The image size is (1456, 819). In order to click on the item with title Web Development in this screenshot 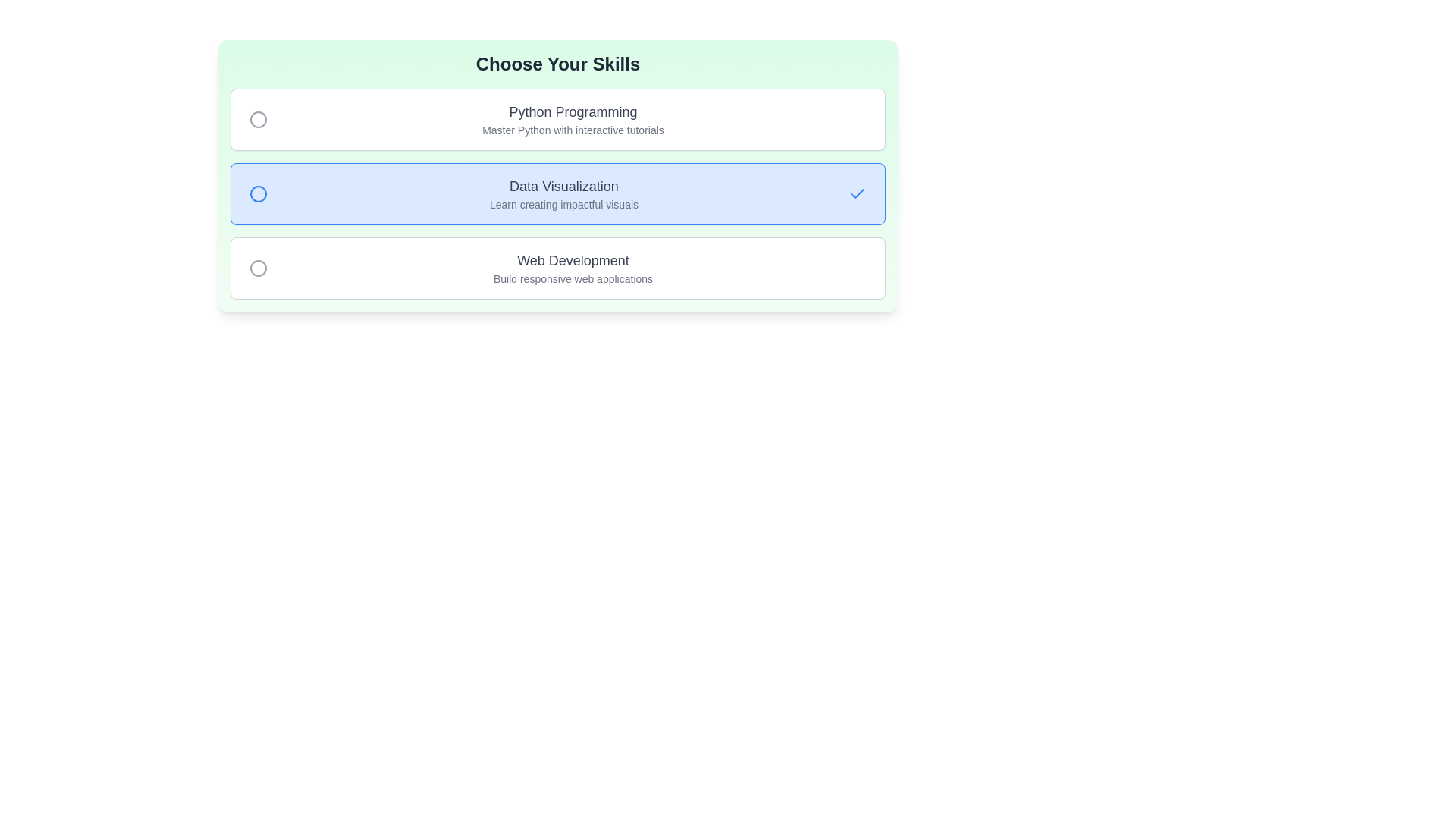, I will do `click(557, 268)`.